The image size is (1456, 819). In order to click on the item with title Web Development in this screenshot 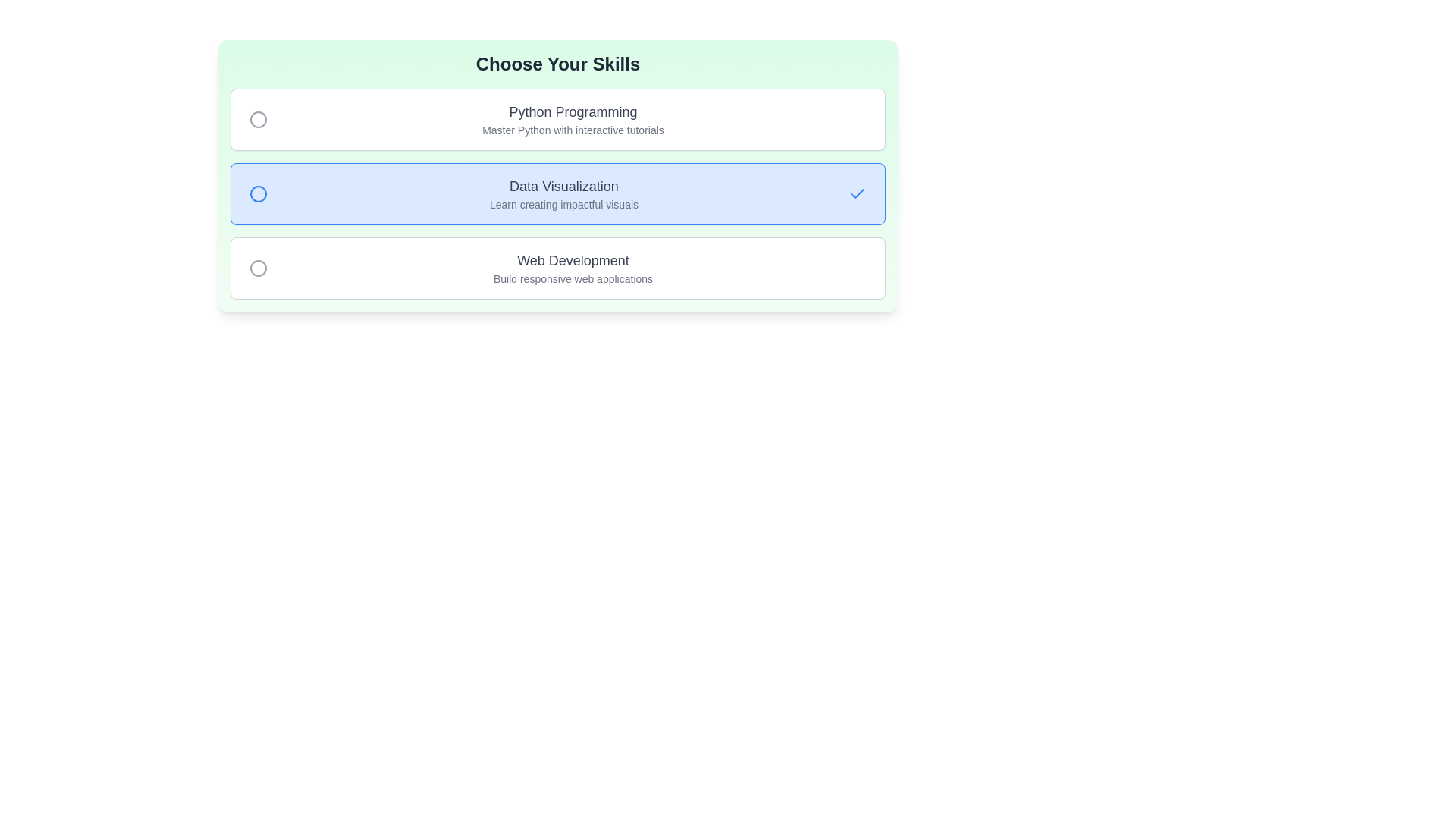, I will do `click(557, 268)`.